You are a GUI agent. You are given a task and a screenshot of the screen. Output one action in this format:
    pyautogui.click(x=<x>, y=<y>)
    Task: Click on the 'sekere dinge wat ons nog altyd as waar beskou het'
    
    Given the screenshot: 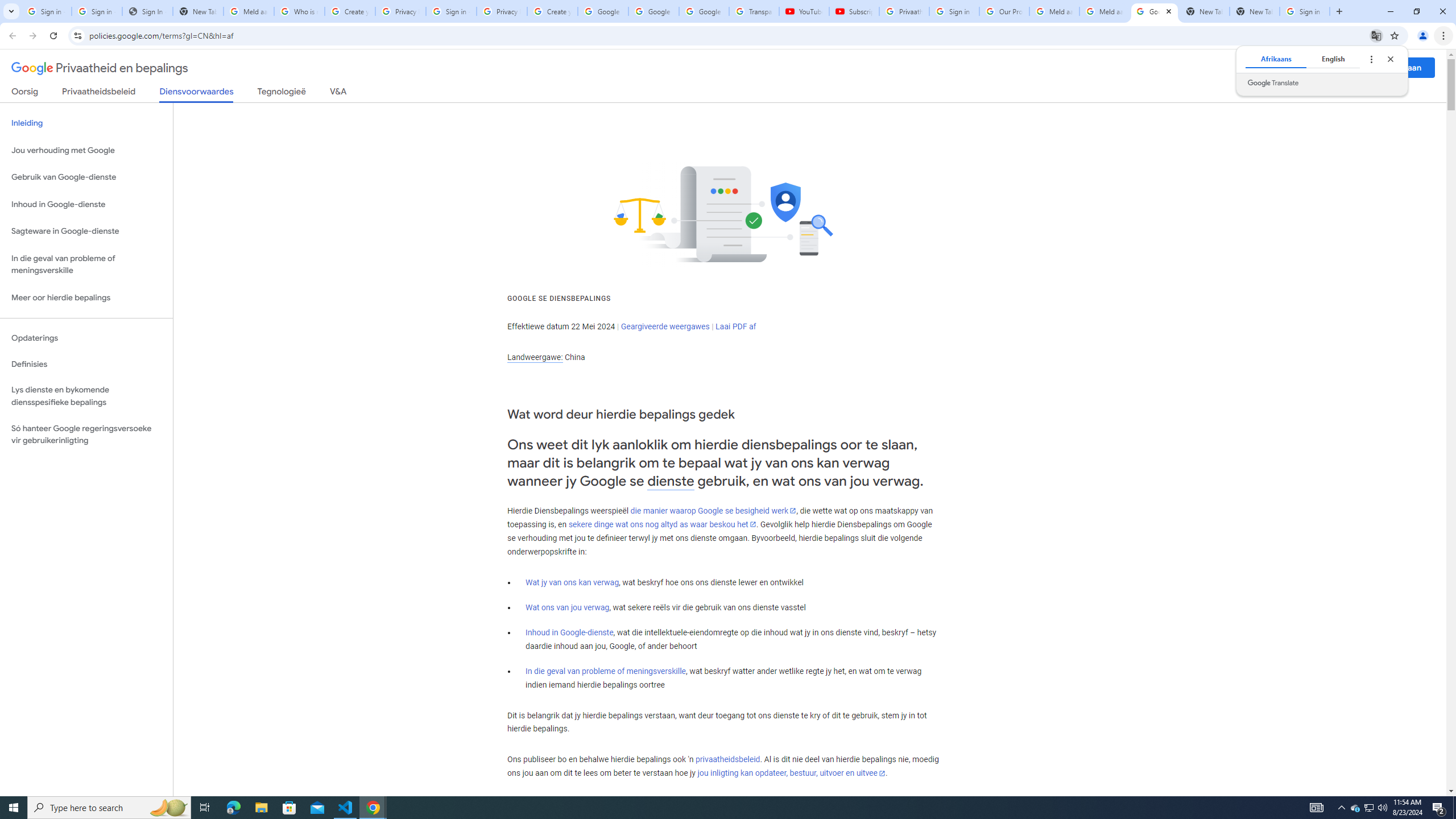 What is the action you would take?
    pyautogui.click(x=661, y=524)
    